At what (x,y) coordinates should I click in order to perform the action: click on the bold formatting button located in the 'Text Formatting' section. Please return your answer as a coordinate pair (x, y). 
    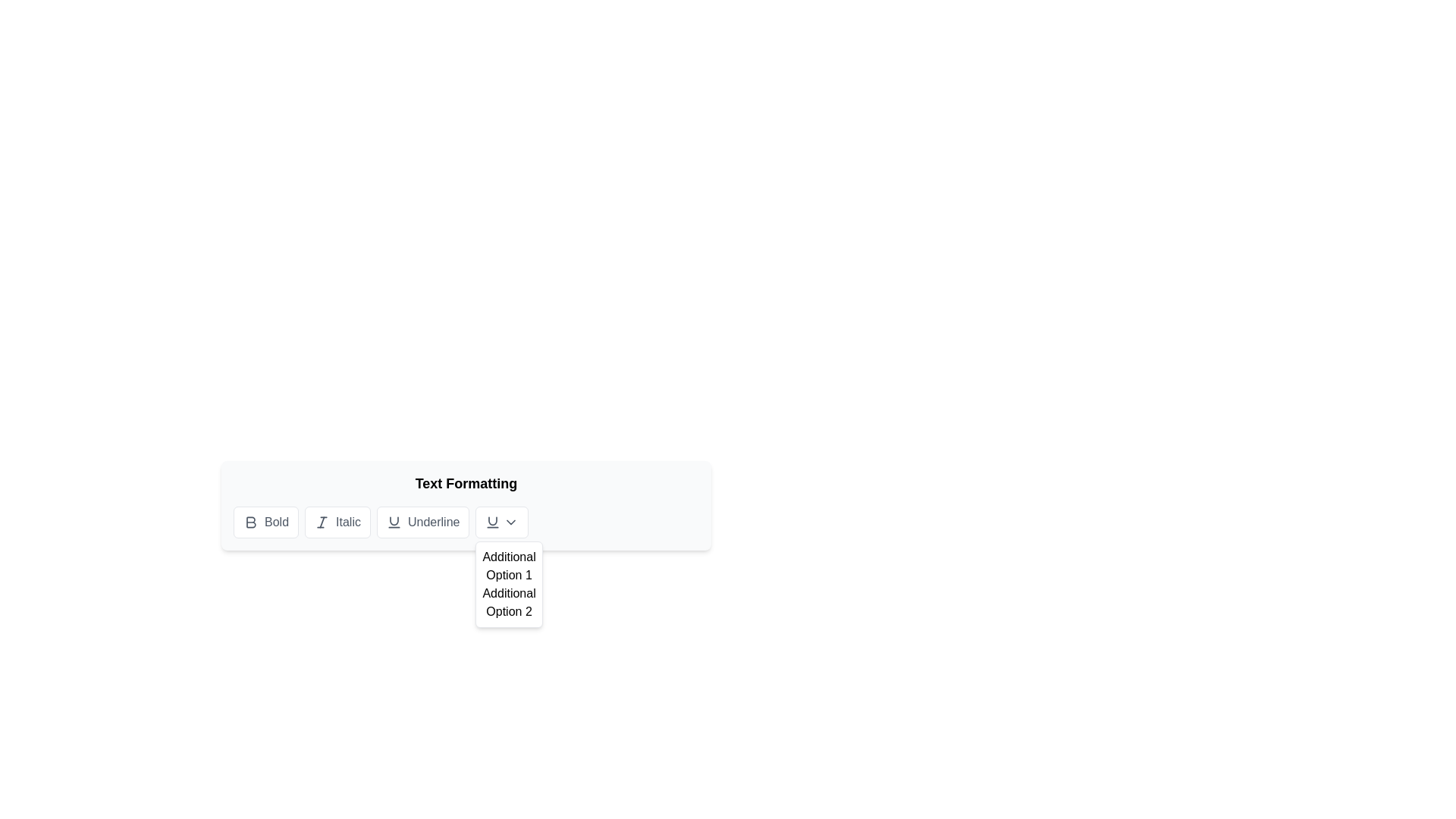
    Looking at the image, I should click on (265, 522).